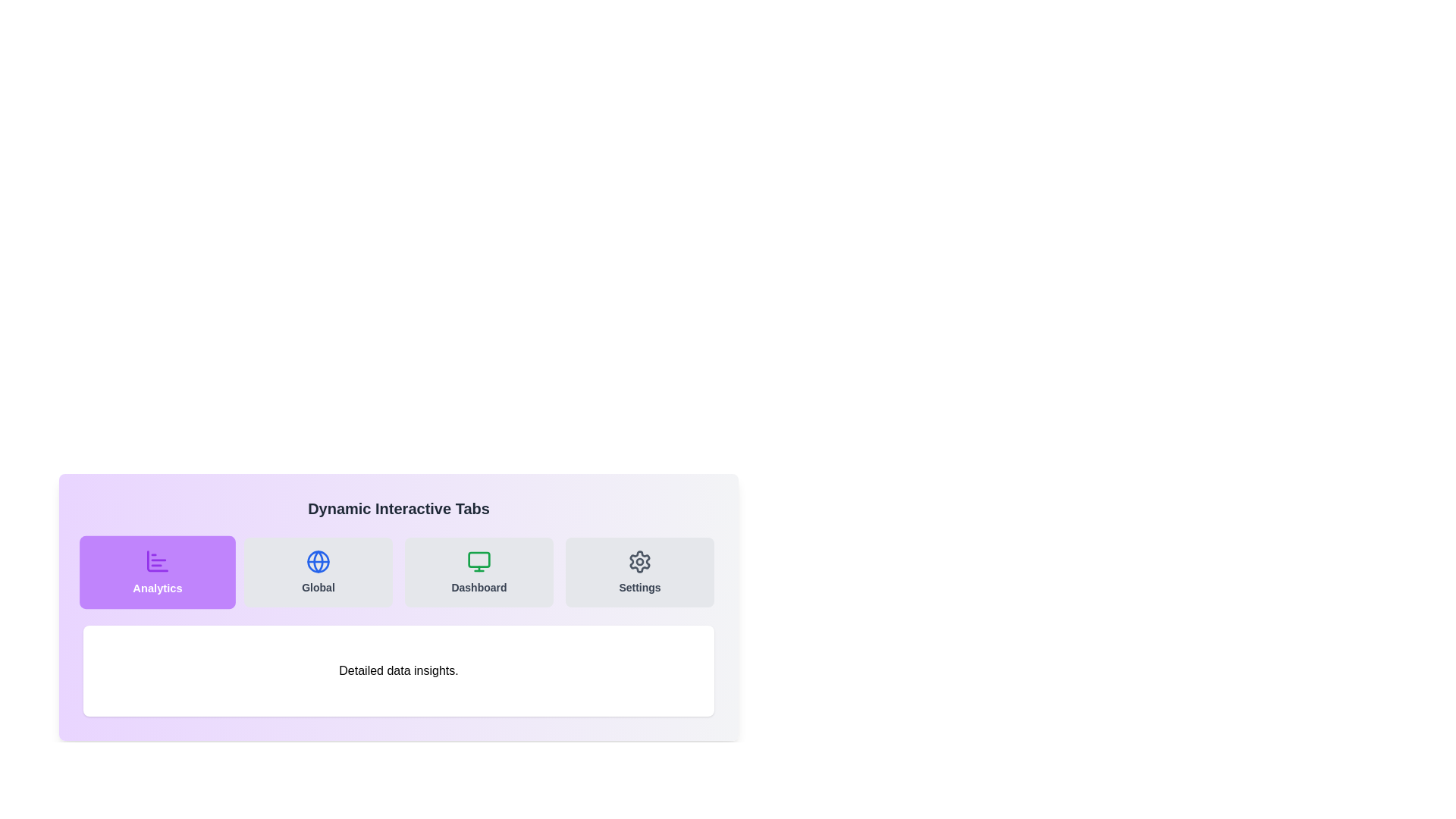  Describe the element at coordinates (157, 561) in the screenshot. I see `the leftmost bar of the purple-themed bar chart icon representing the active 'Analytics' tab` at that location.